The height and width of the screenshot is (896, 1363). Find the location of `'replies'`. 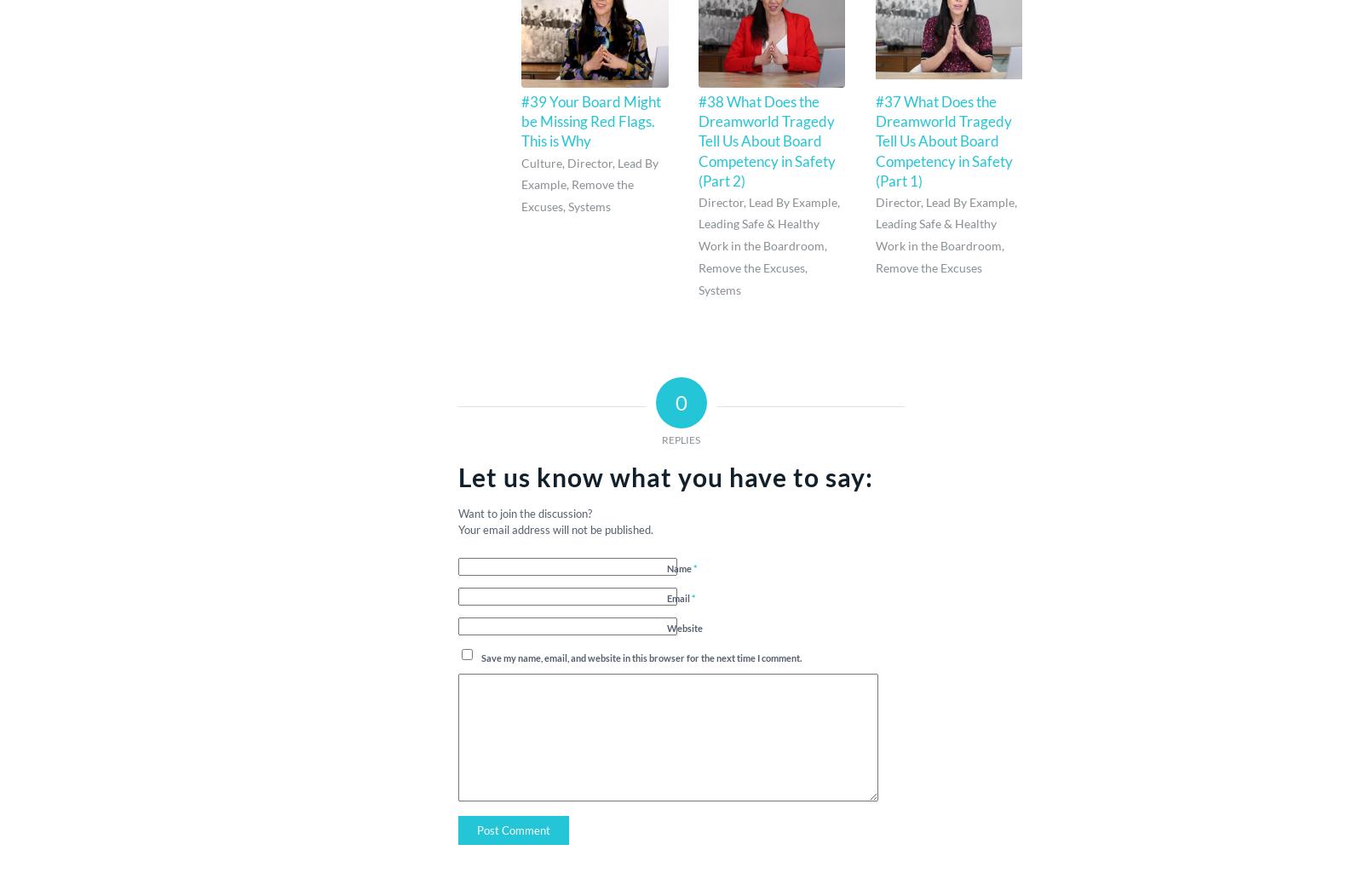

'replies' is located at coordinates (681, 439).